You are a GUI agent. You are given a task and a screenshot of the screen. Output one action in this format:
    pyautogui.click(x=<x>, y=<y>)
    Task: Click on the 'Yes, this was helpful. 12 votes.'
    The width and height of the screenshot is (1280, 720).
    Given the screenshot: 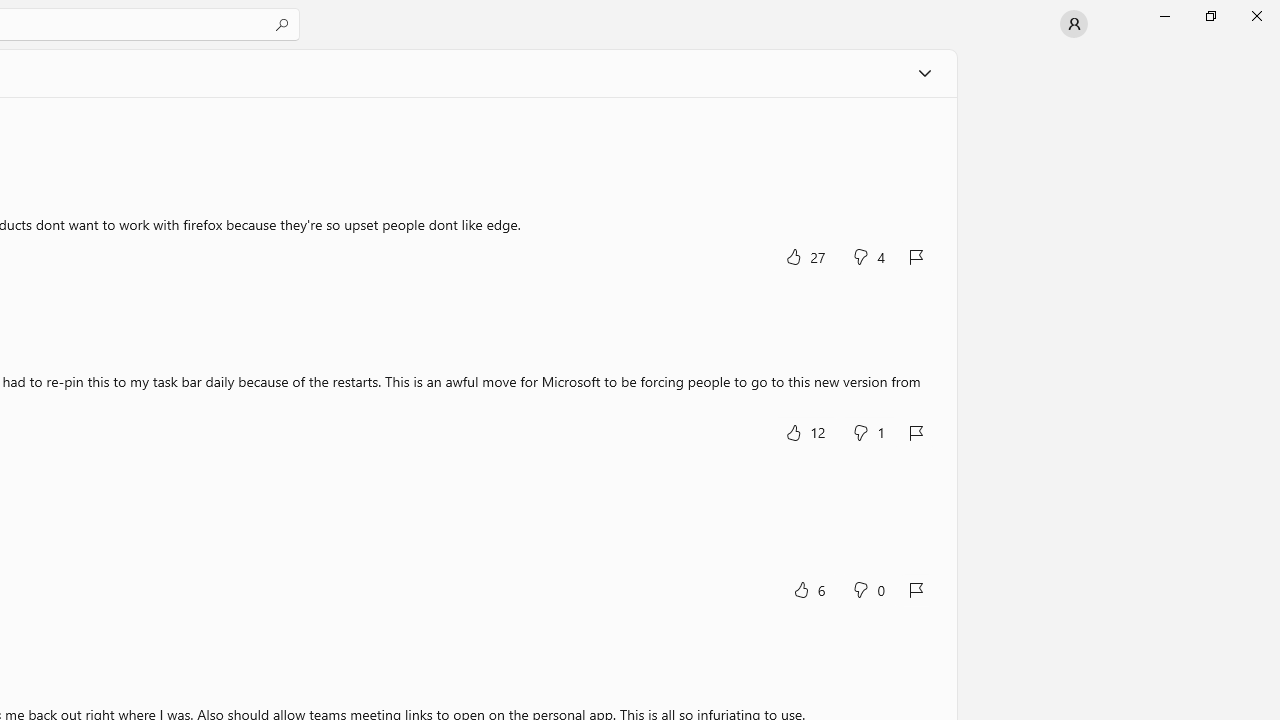 What is the action you would take?
    pyautogui.click(x=805, y=431)
    